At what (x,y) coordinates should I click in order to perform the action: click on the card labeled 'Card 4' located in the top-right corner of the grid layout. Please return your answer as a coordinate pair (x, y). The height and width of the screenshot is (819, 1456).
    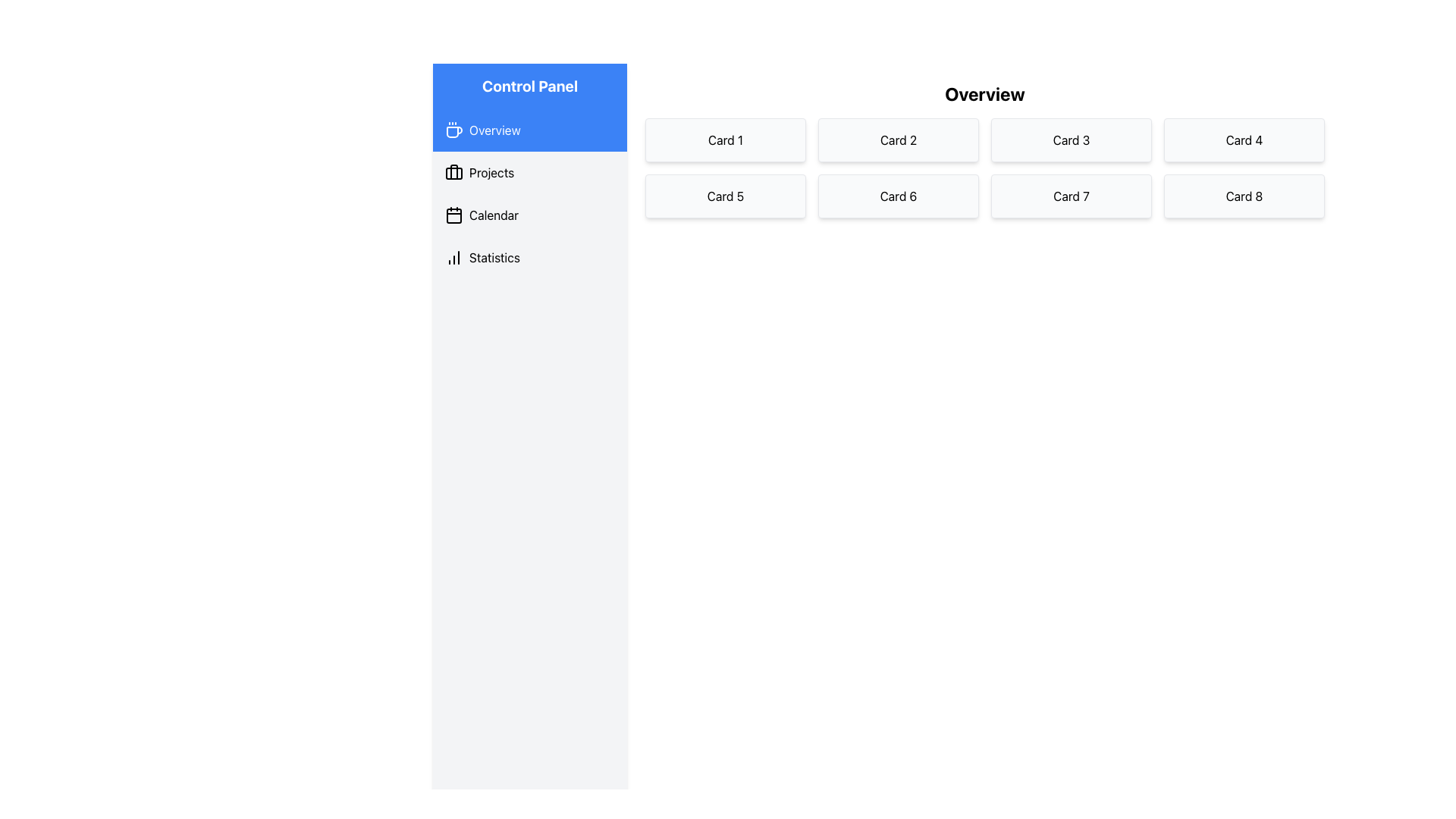
    Looking at the image, I should click on (1244, 140).